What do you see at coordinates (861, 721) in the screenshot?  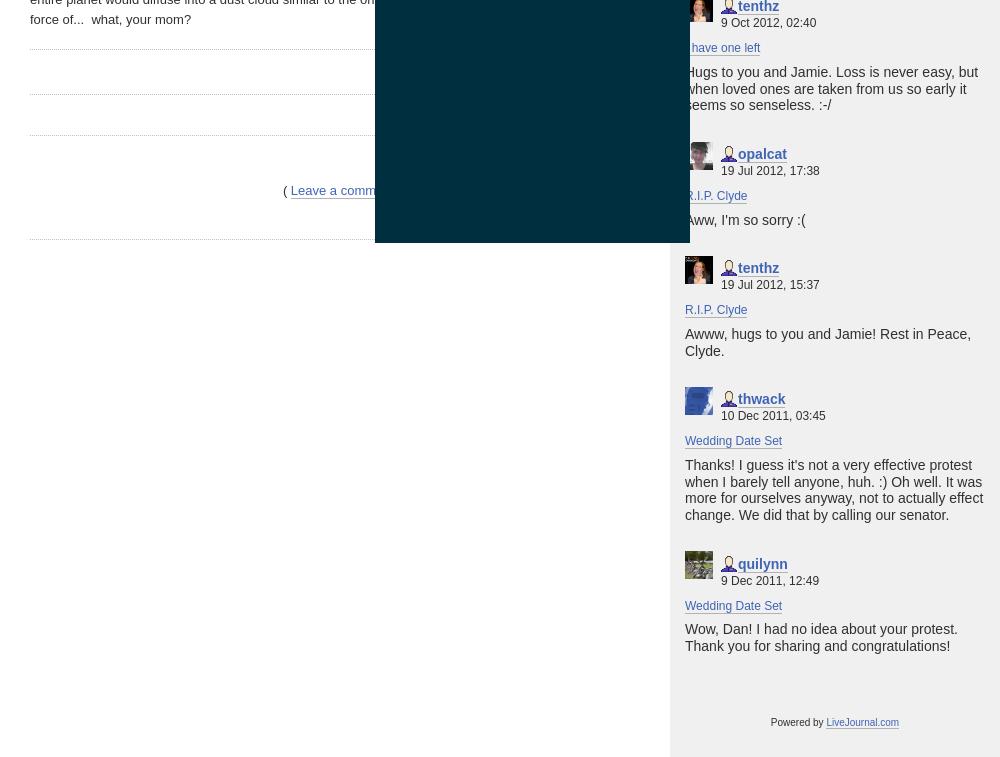 I see `'LiveJournal.com'` at bounding box center [861, 721].